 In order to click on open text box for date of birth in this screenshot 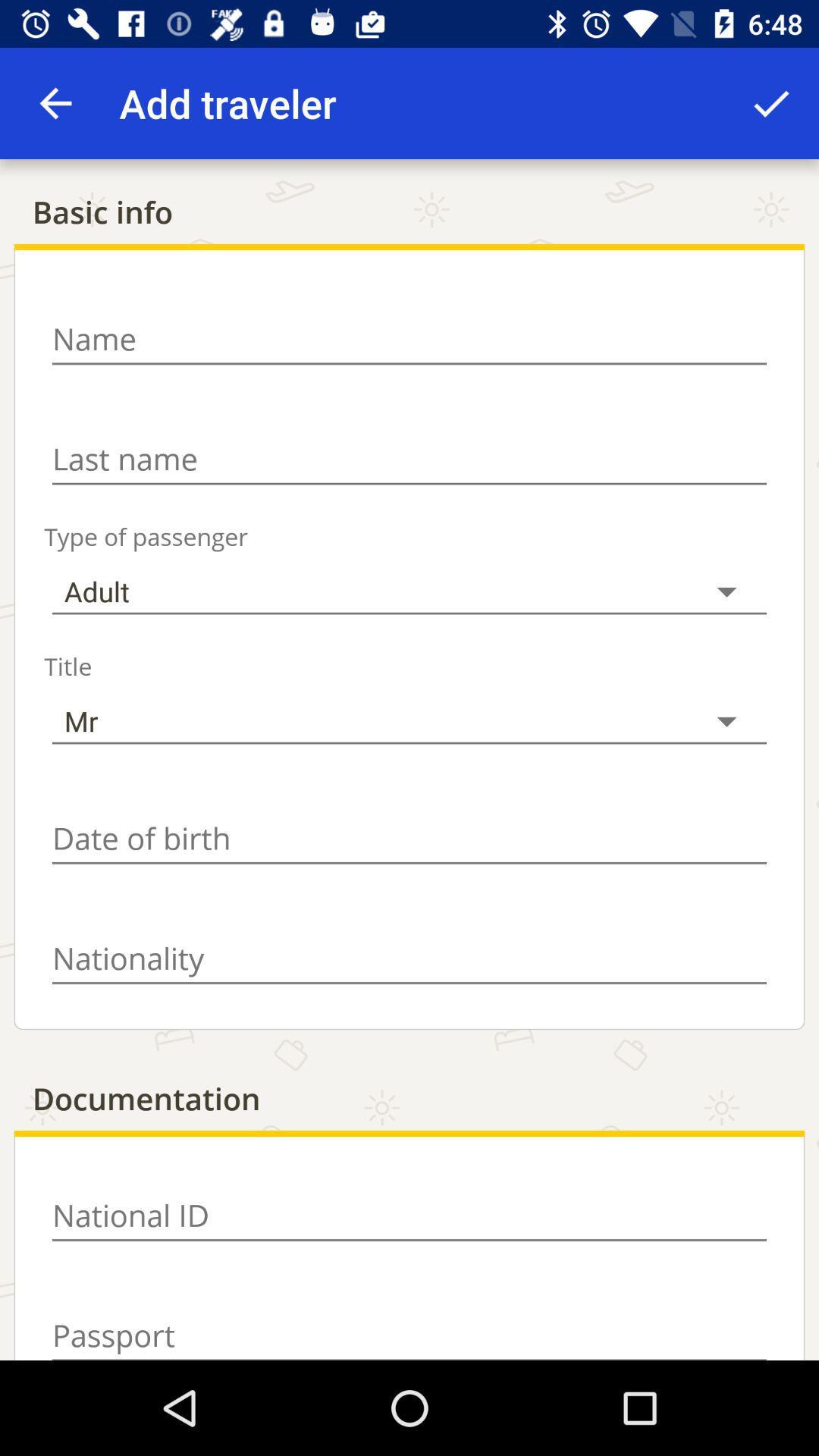, I will do `click(409, 838)`.